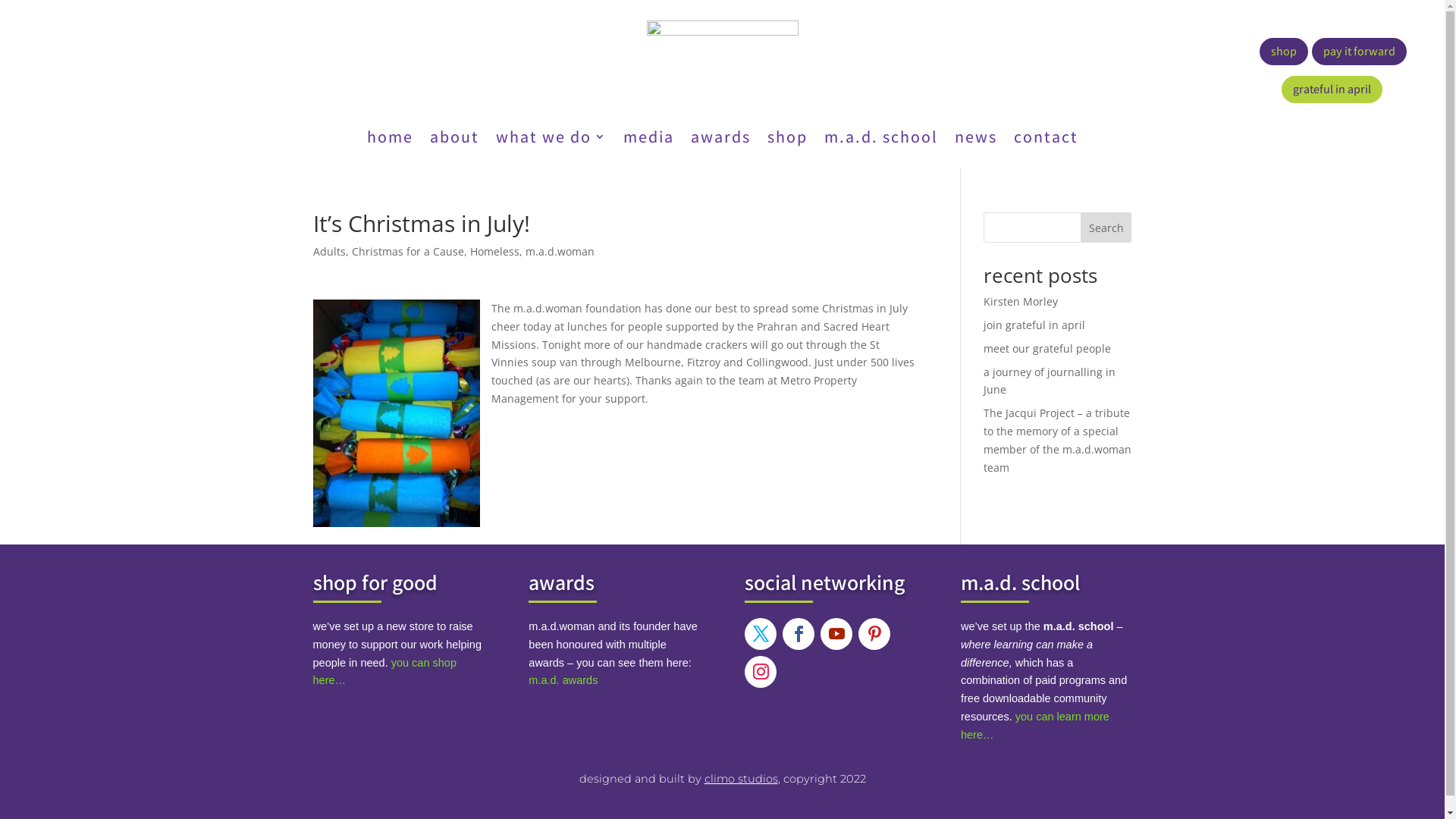 This screenshot has height=819, width=1456. Describe the element at coordinates (1033, 324) in the screenshot. I see `'join grateful in april'` at that location.